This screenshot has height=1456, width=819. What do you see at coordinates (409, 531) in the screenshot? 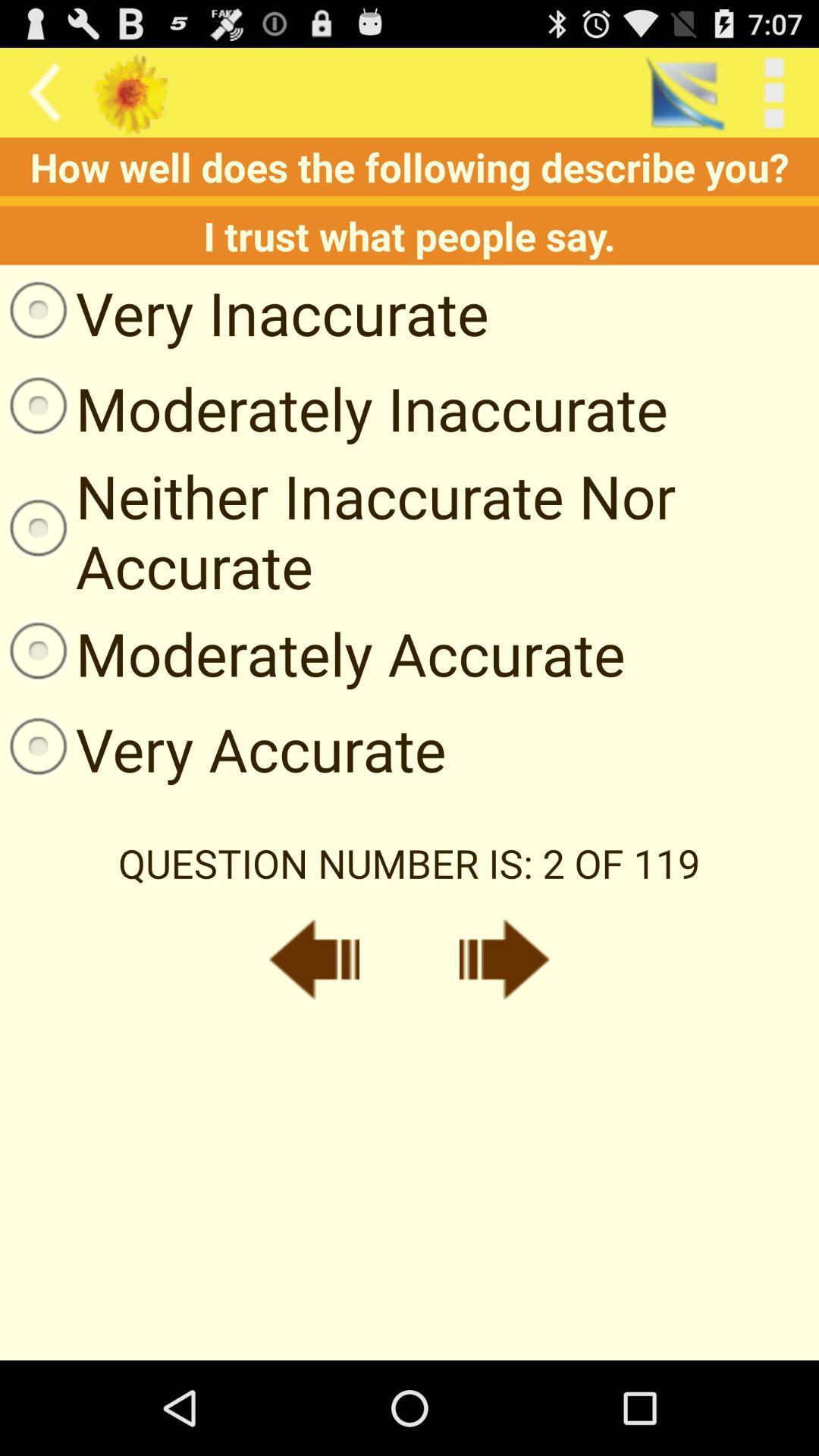
I see `the icon below the moderately inaccurate icon` at bounding box center [409, 531].